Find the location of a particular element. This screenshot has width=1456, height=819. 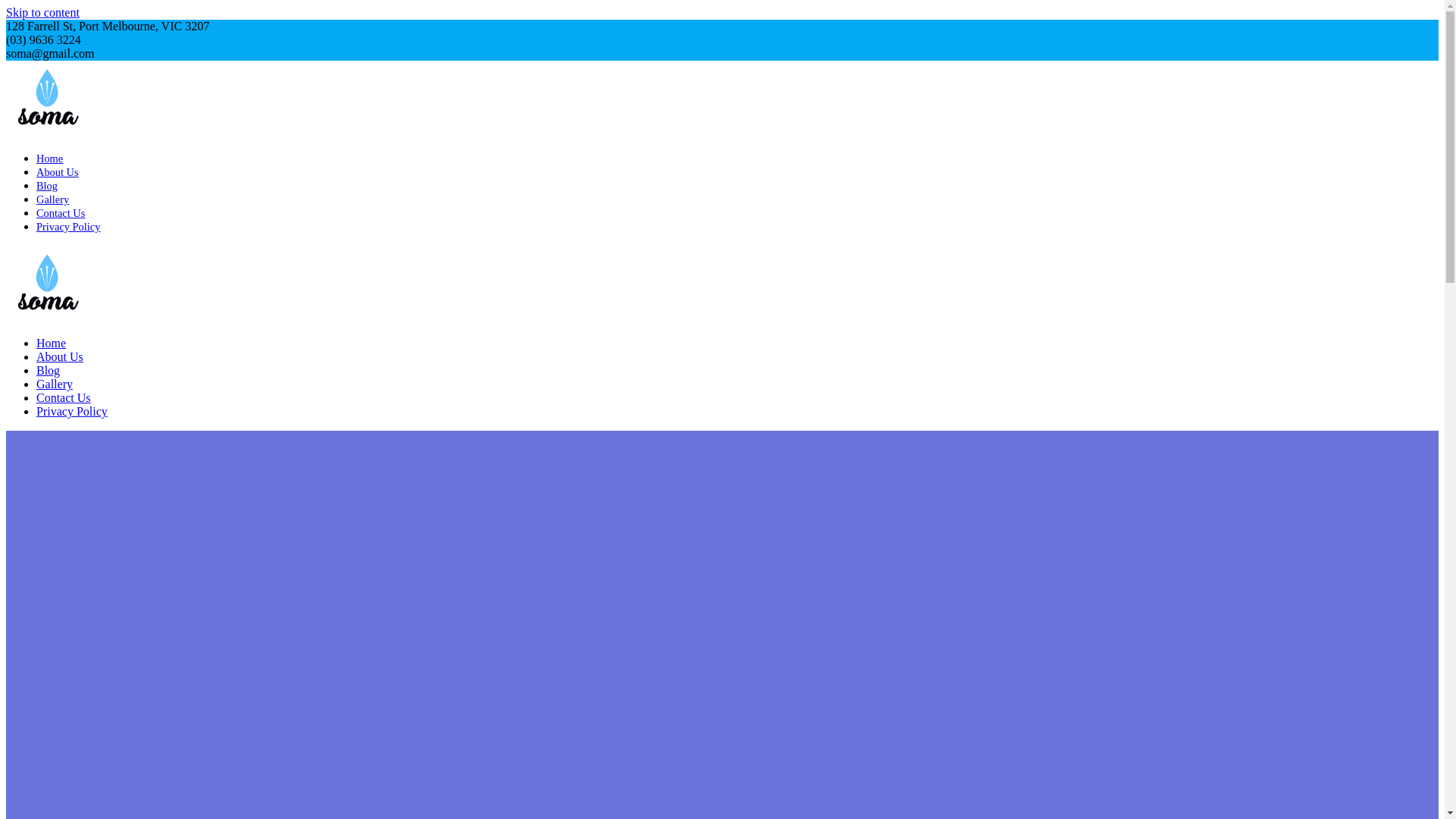

'Gallery' is located at coordinates (36, 383).